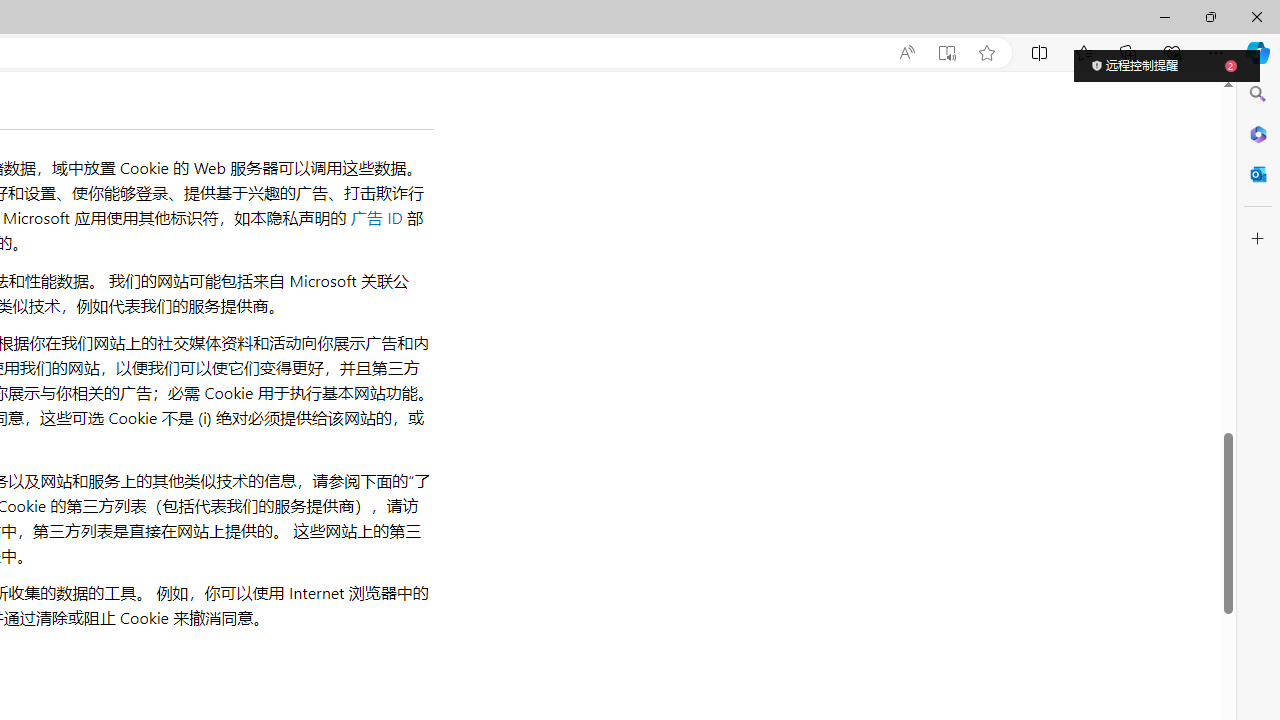 The width and height of the screenshot is (1280, 720). I want to click on 'Customize', so click(1257, 238).